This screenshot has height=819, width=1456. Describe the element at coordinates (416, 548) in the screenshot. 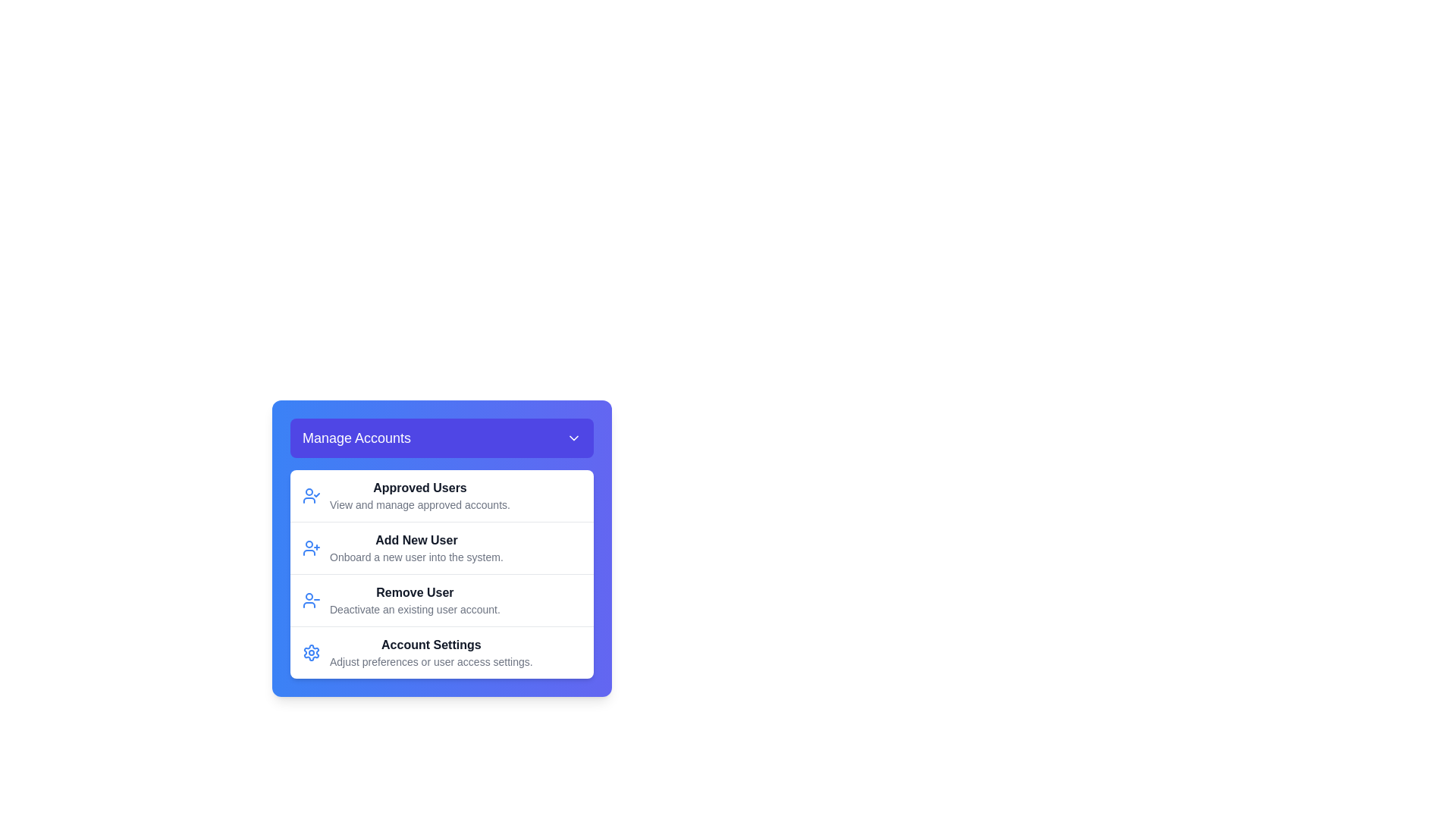

I see `to select the 'Add New User' option in the Manage Accounts menu, which is the second item below 'Approved Users'` at that location.